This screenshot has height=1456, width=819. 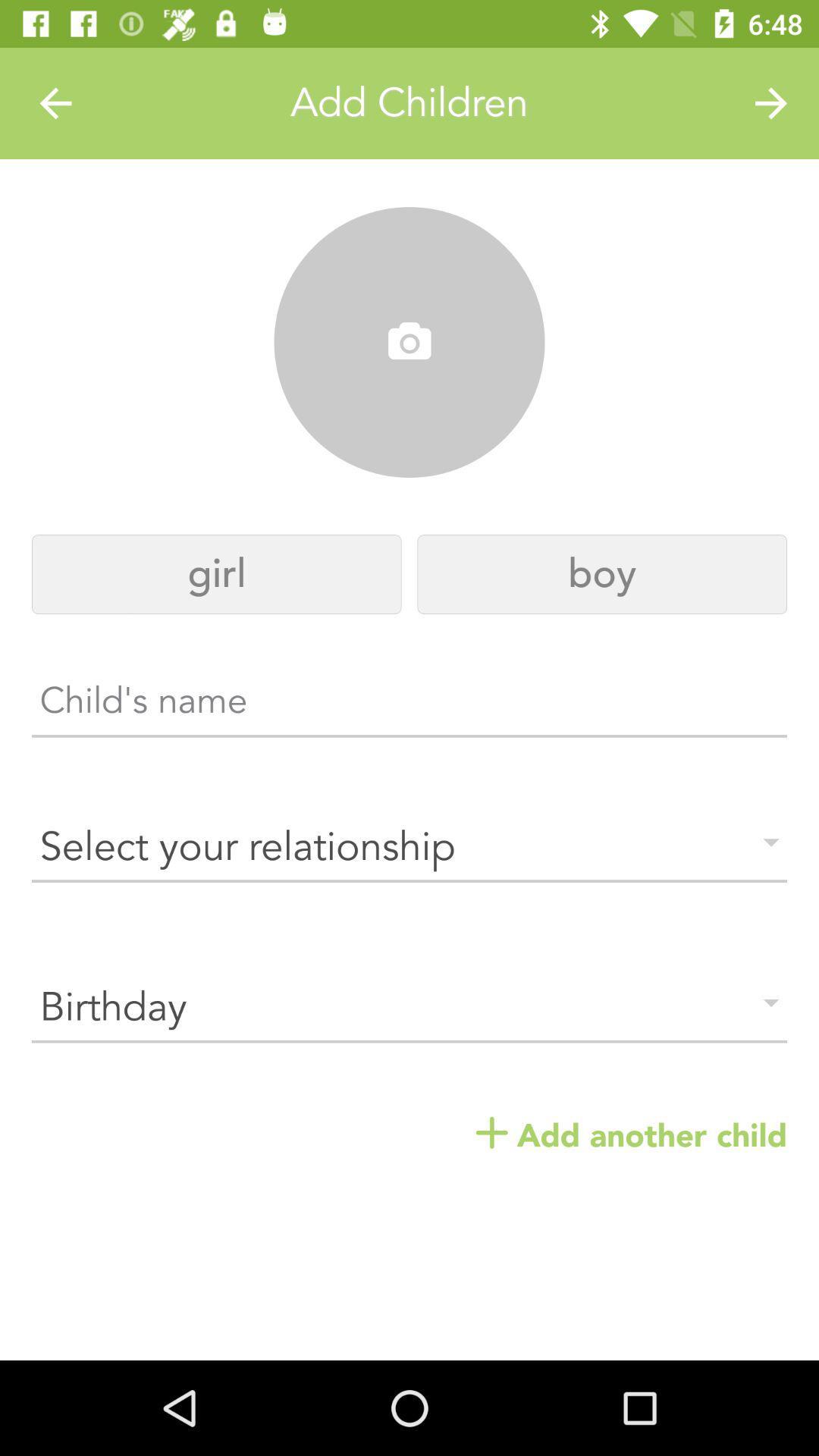 What do you see at coordinates (632, 1135) in the screenshot?
I see `the text add another child` at bounding box center [632, 1135].